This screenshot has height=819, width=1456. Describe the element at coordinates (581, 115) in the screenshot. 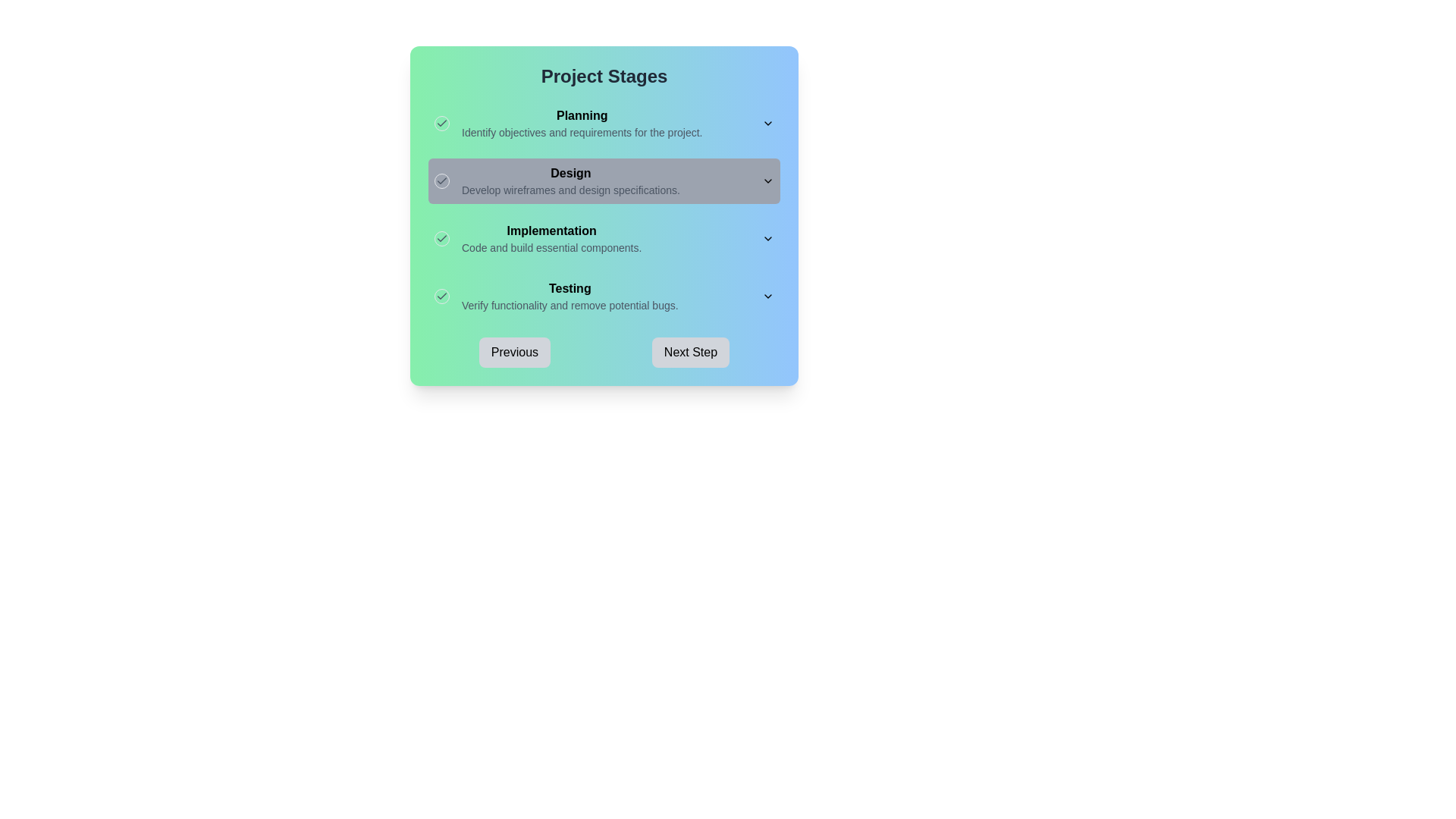

I see `the Text Label that represents the heading for the 'Planning' phase of the project stages, located above the text 'Identify objectives and requirements for the project.'` at that location.